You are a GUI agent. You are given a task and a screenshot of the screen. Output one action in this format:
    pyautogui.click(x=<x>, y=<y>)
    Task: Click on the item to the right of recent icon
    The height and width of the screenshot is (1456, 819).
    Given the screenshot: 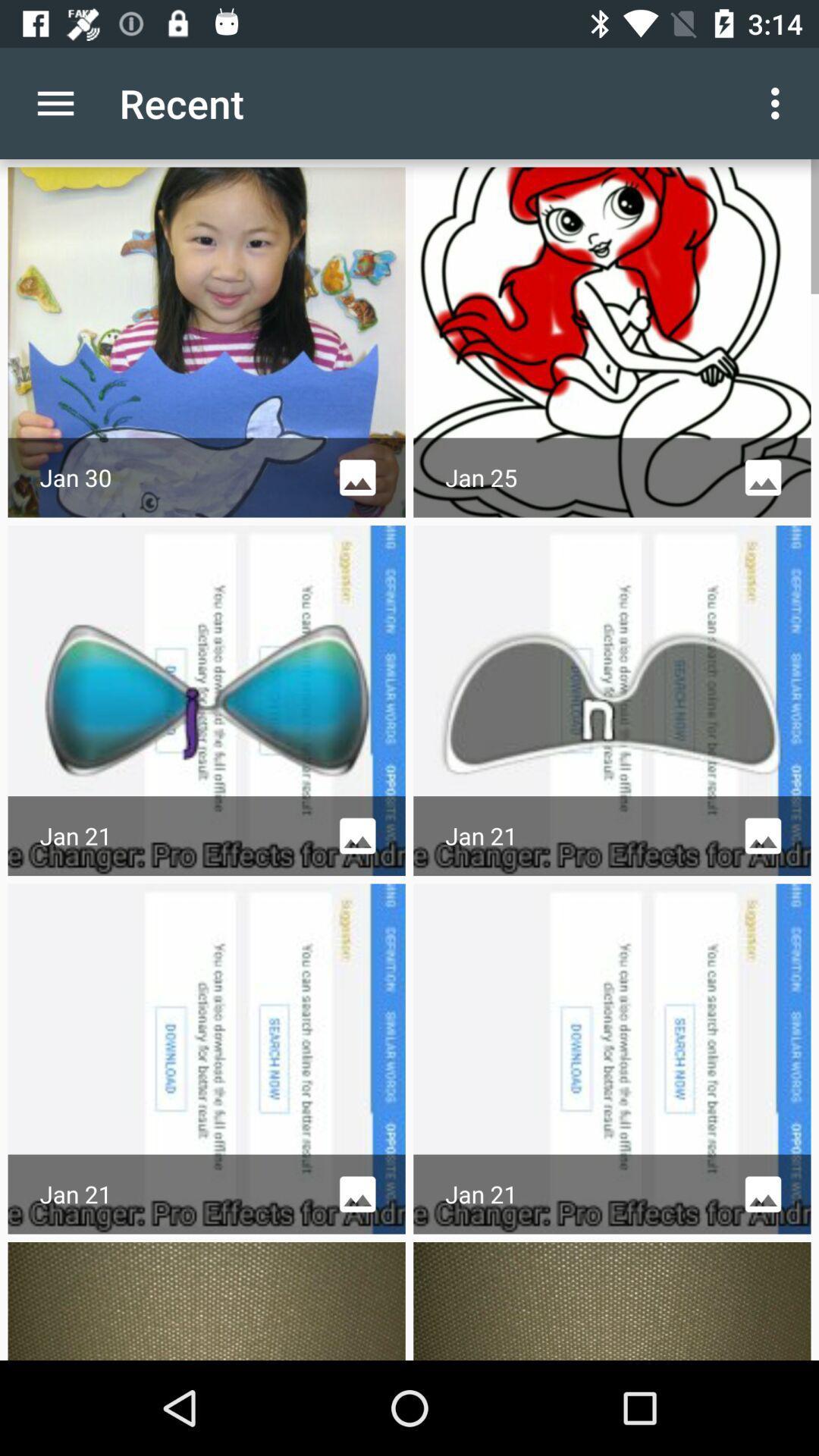 What is the action you would take?
    pyautogui.click(x=779, y=102)
    